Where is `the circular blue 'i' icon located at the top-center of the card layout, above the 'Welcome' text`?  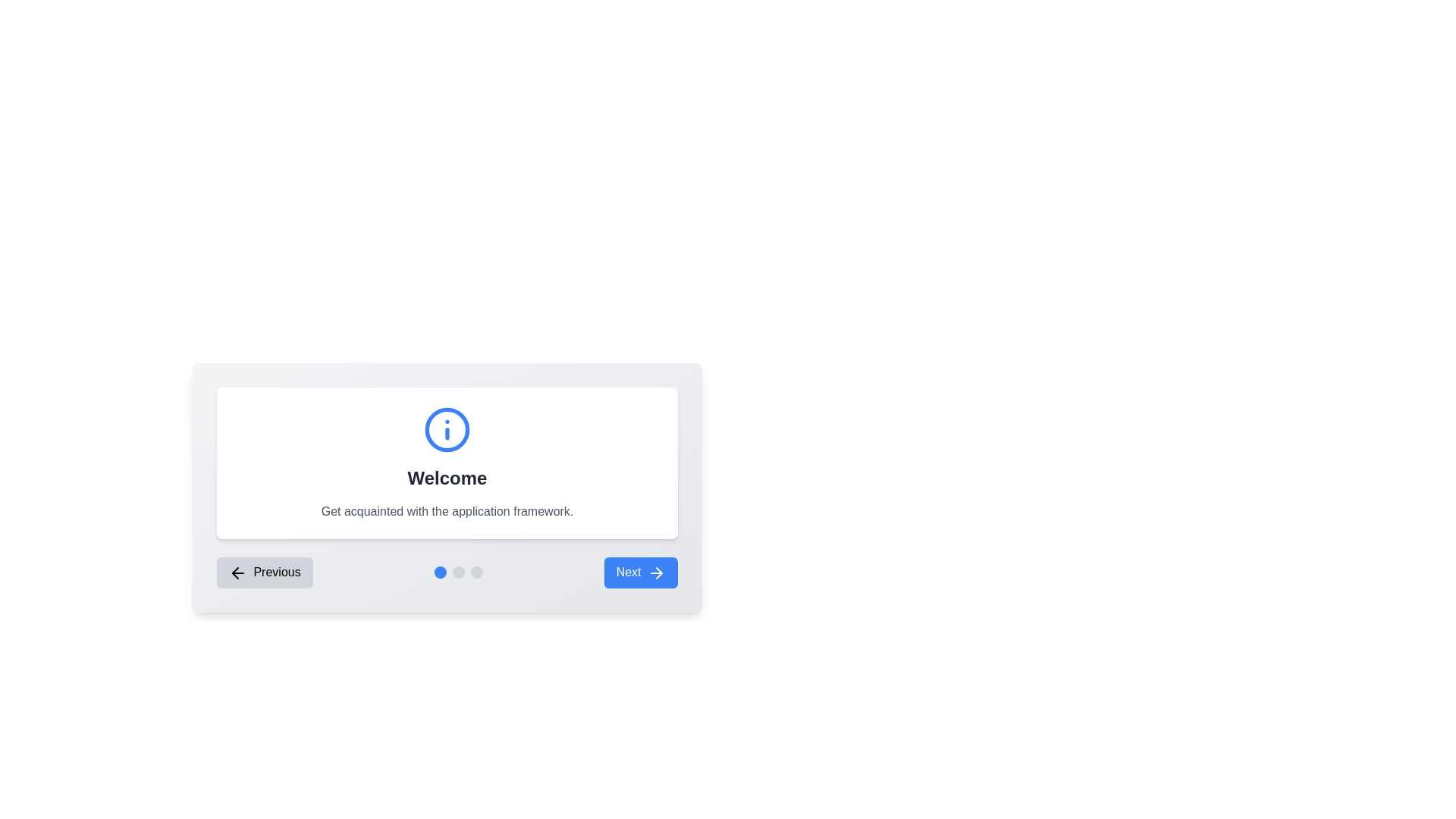 the circular blue 'i' icon located at the top-center of the card layout, above the 'Welcome' text is located at coordinates (447, 430).